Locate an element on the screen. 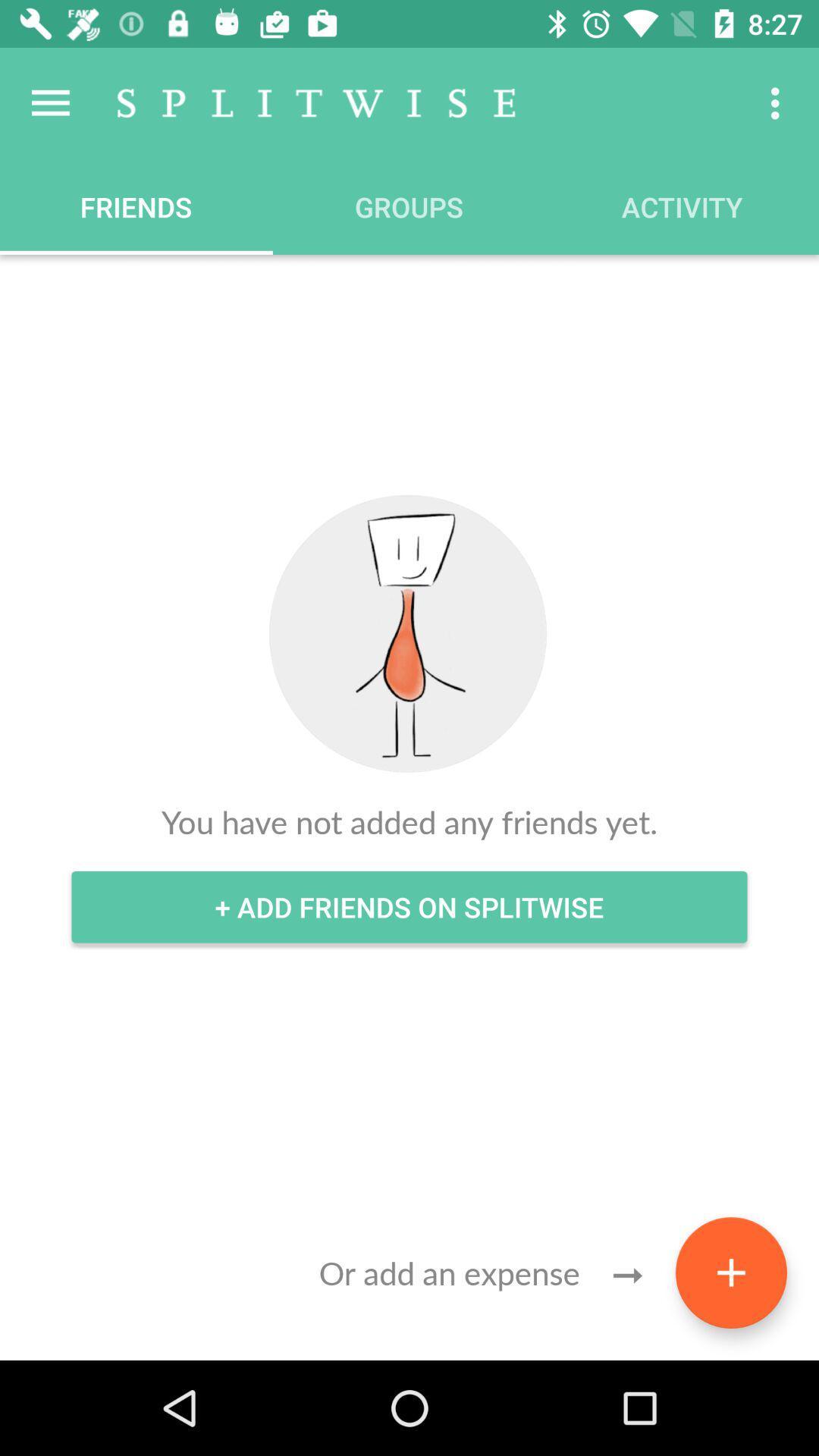 Image resolution: width=819 pixels, height=1456 pixels. the item above the activity icon is located at coordinates (779, 102).